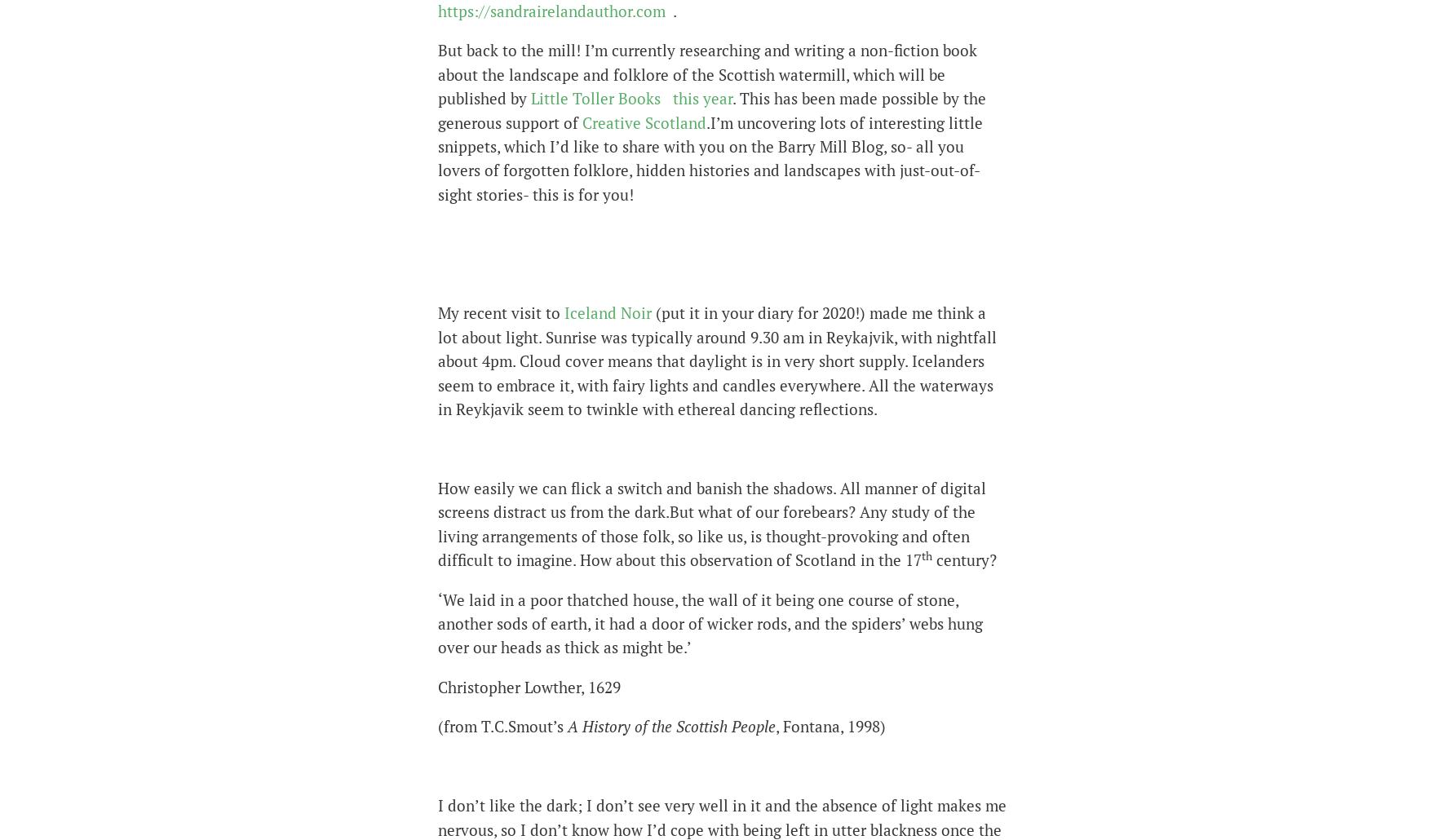  What do you see at coordinates (707, 73) in the screenshot?
I see `'But back to the mill! I’m currently researching and writing a non-fiction book about the landscape and folklore of the Scottish watermill, which will be published by'` at bounding box center [707, 73].